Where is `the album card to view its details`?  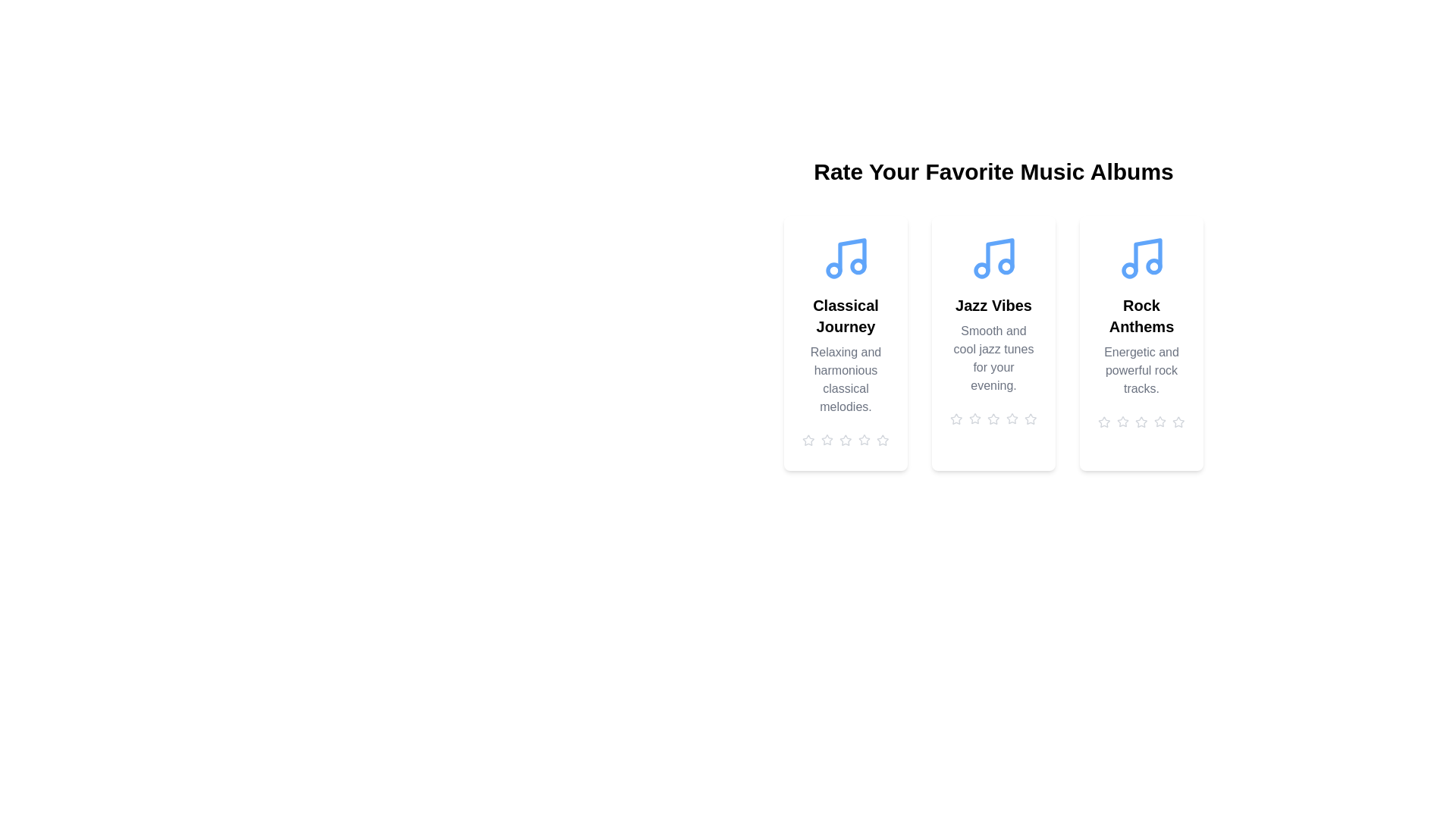 the album card to view its details is located at coordinates (845, 343).